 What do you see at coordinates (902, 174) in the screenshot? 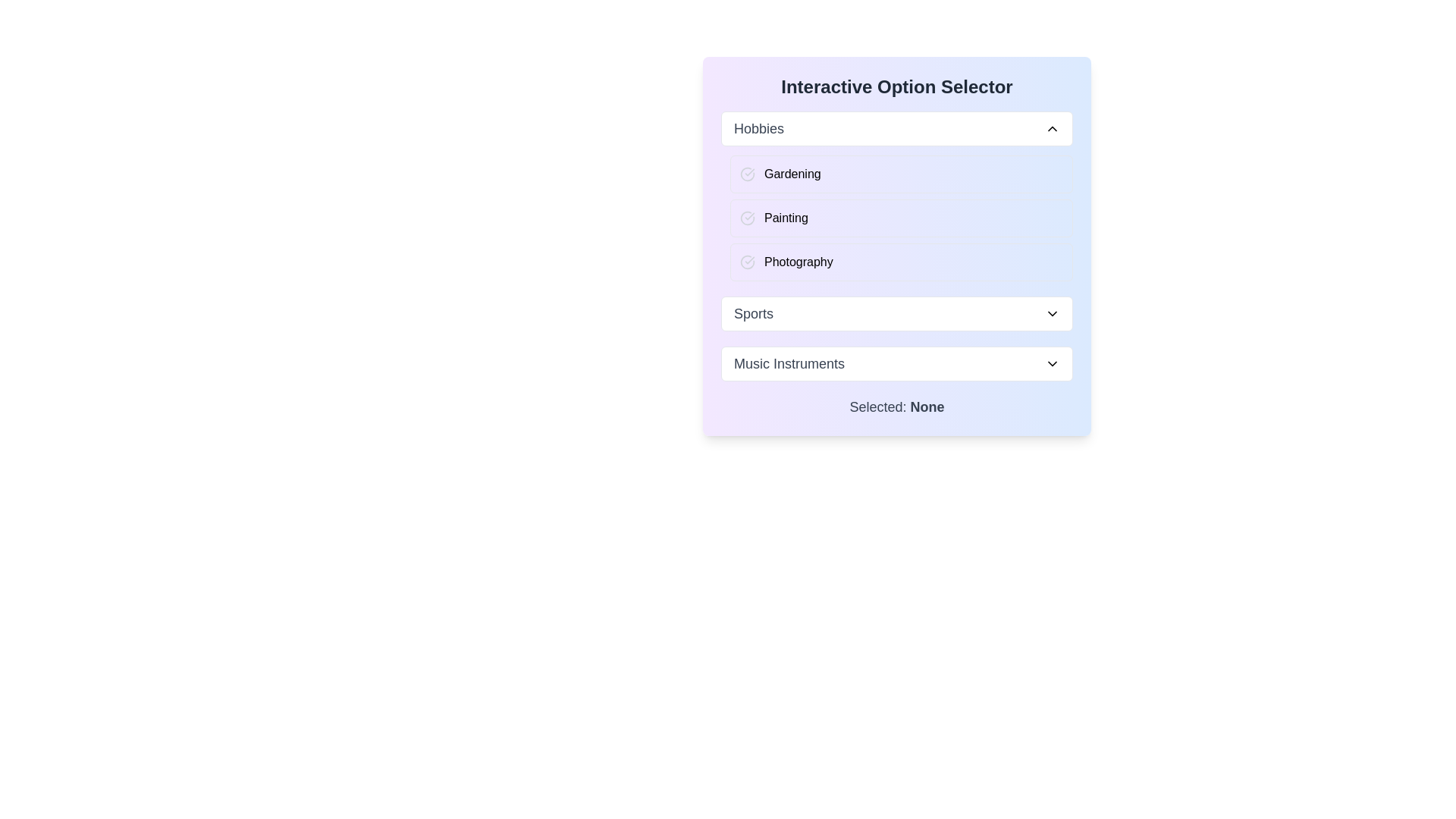
I see `the 'Gardening' option in the Hobbies dropdown` at bounding box center [902, 174].